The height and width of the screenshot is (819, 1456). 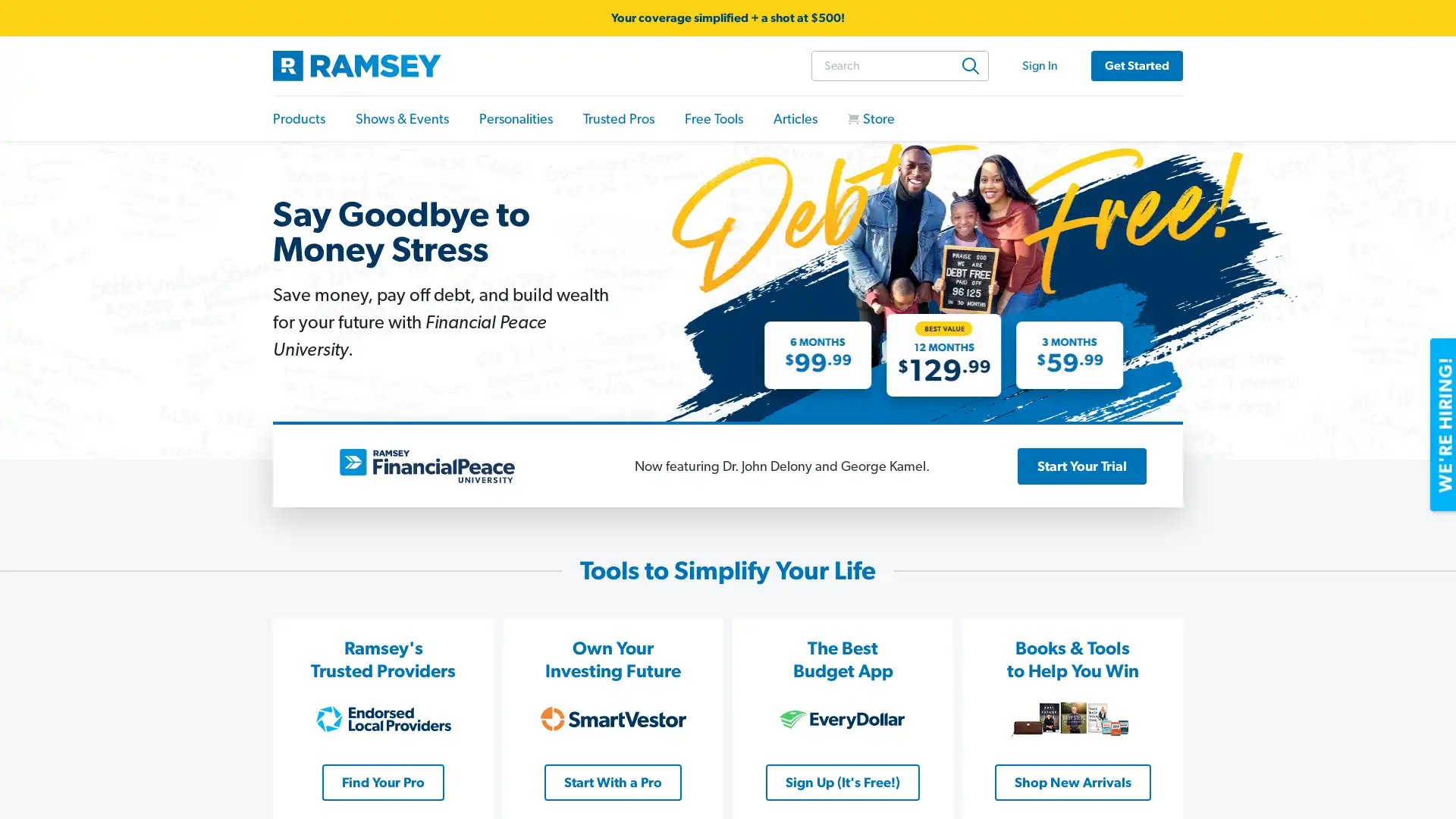 I want to click on Sign Up (It's Free!), so click(x=842, y=781).